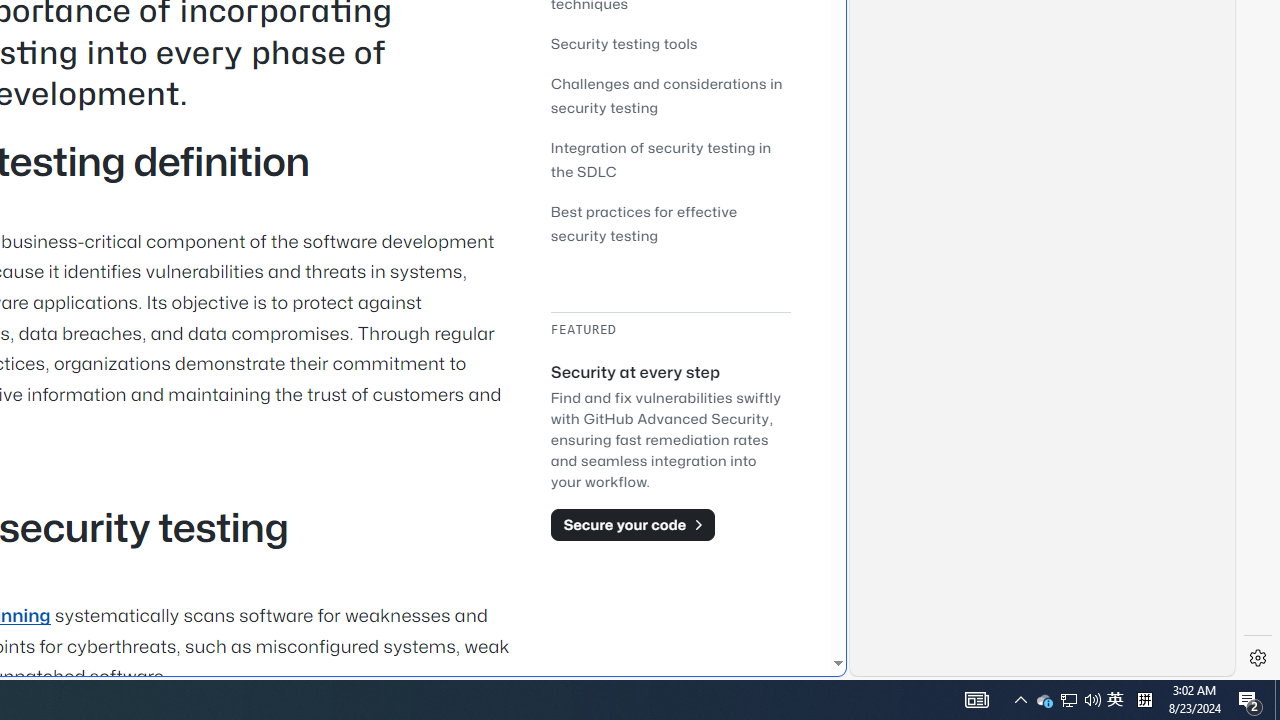 The image size is (1280, 720). What do you see at coordinates (623, 43) in the screenshot?
I see `'Security testing tools'` at bounding box center [623, 43].